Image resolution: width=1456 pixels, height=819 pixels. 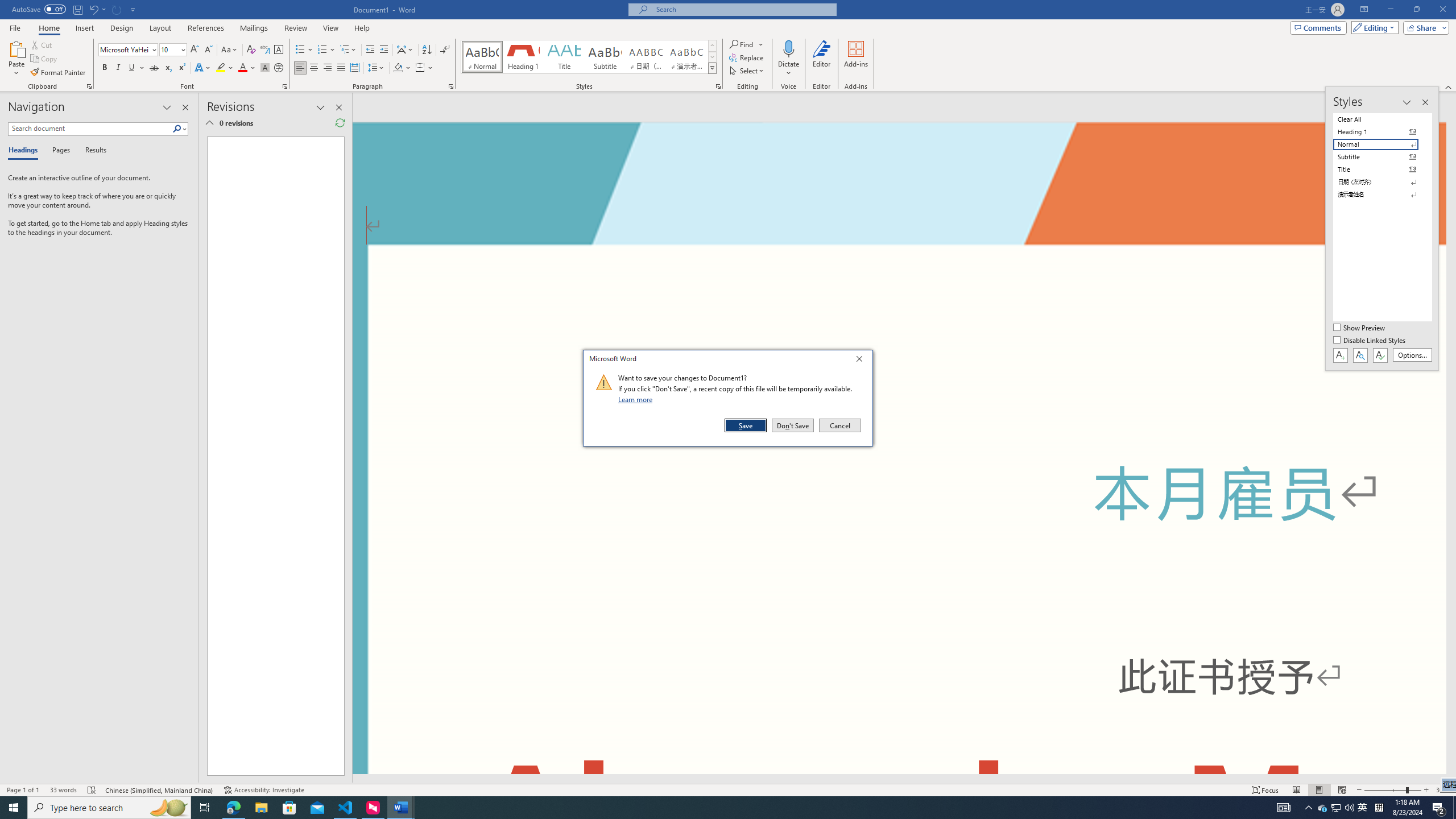 What do you see at coordinates (229, 49) in the screenshot?
I see `'Change Case'` at bounding box center [229, 49].